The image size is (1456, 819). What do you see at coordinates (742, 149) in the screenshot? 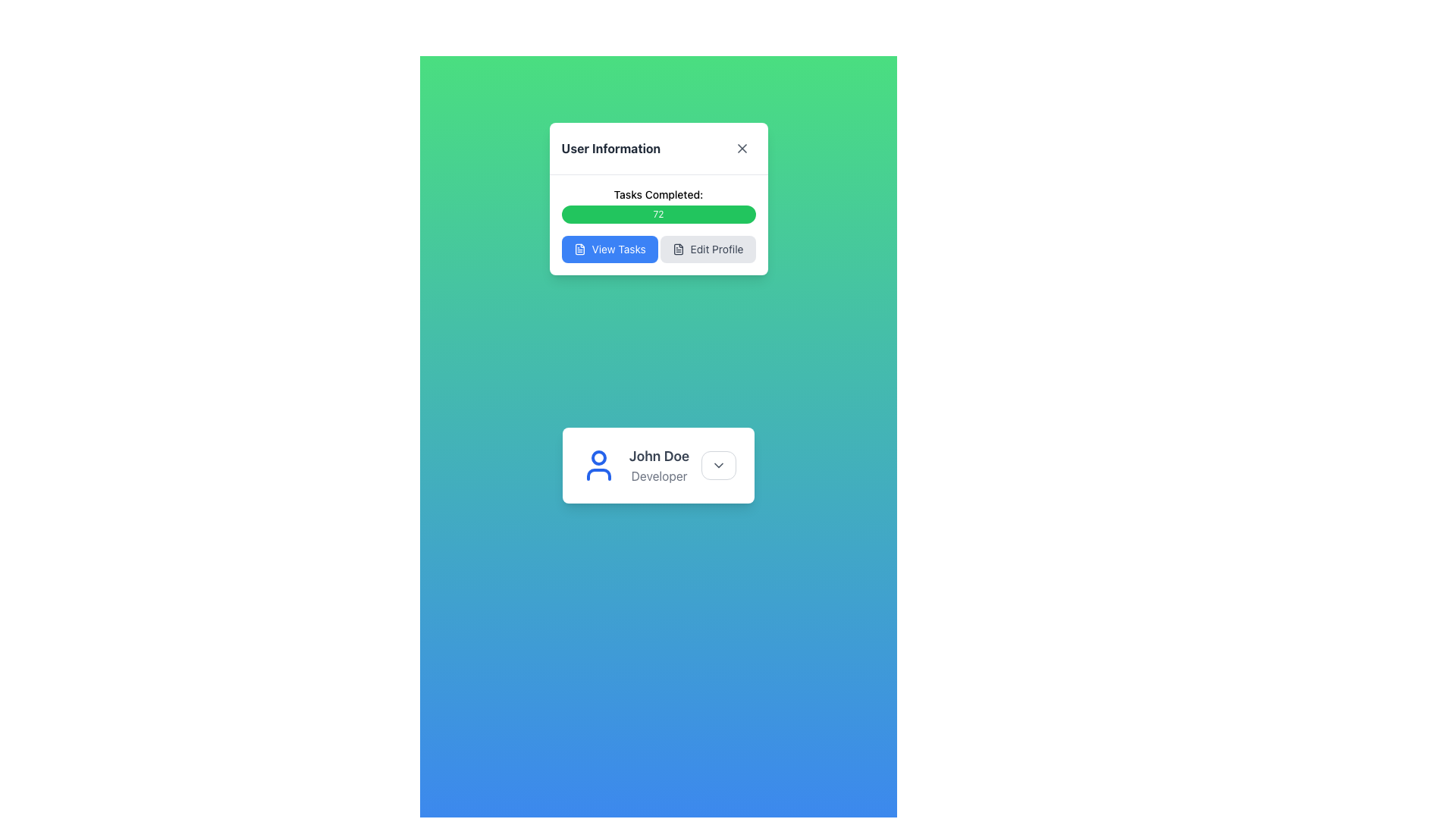
I see `the small 'X' icon button located in the top-right corner of the 'User Information' card` at bounding box center [742, 149].